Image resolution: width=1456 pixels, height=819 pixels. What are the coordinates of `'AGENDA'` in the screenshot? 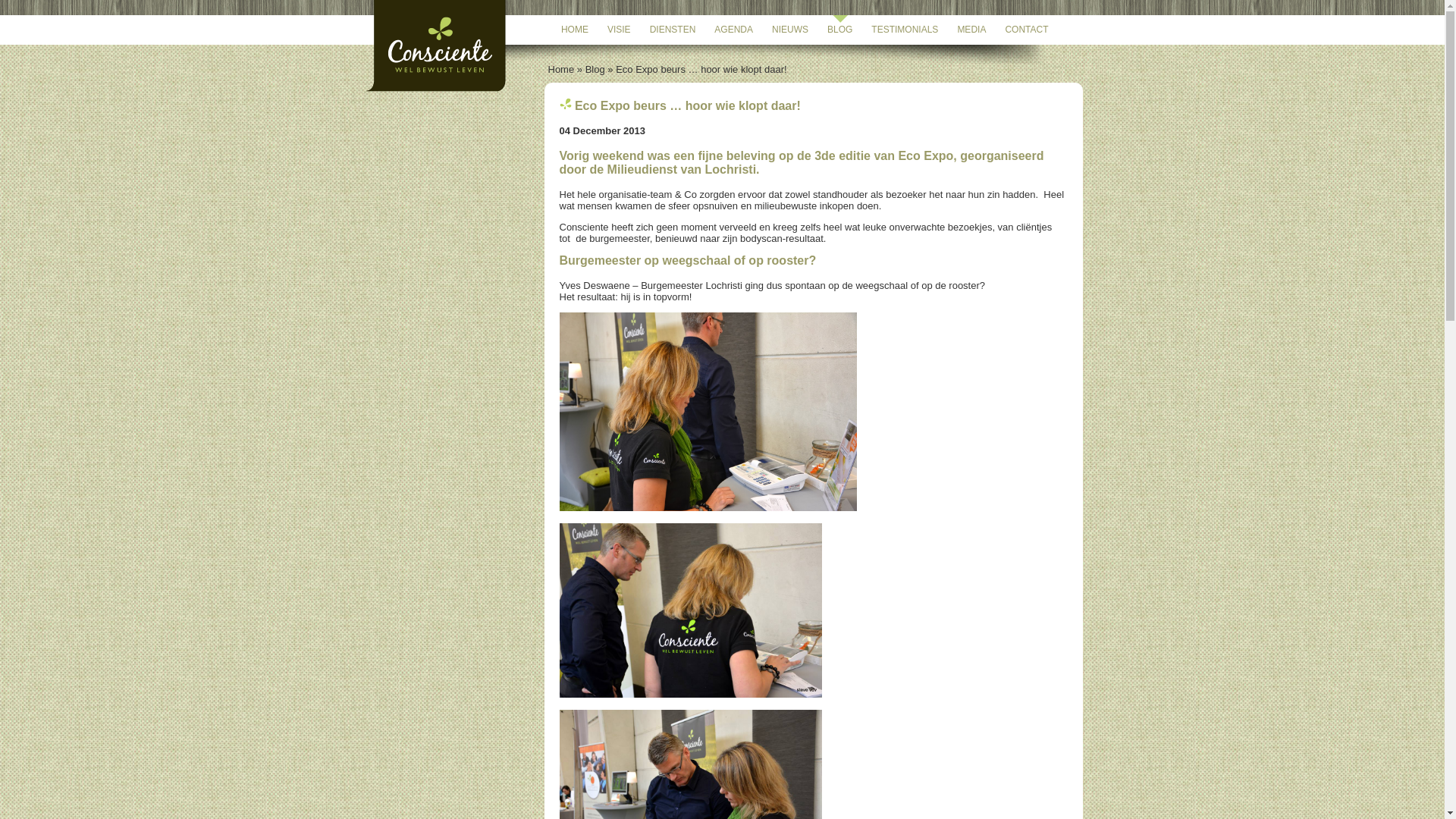 It's located at (733, 30).